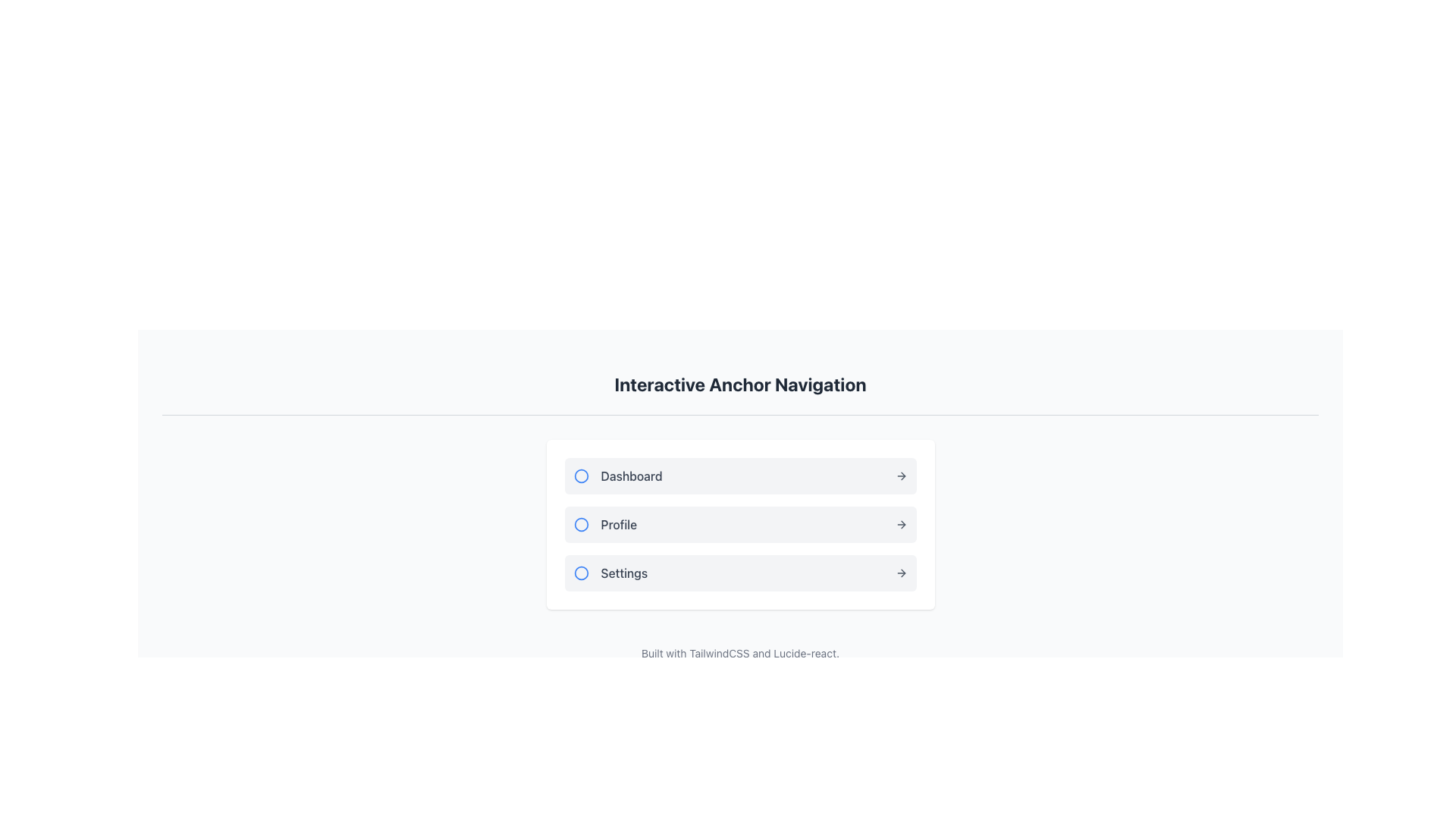  Describe the element at coordinates (740, 573) in the screenshot. I see `the 'Settings' button, which is a rectangular button with a light gray background and labeled 'Settings', positioned below the 'Profile' button` at that location.